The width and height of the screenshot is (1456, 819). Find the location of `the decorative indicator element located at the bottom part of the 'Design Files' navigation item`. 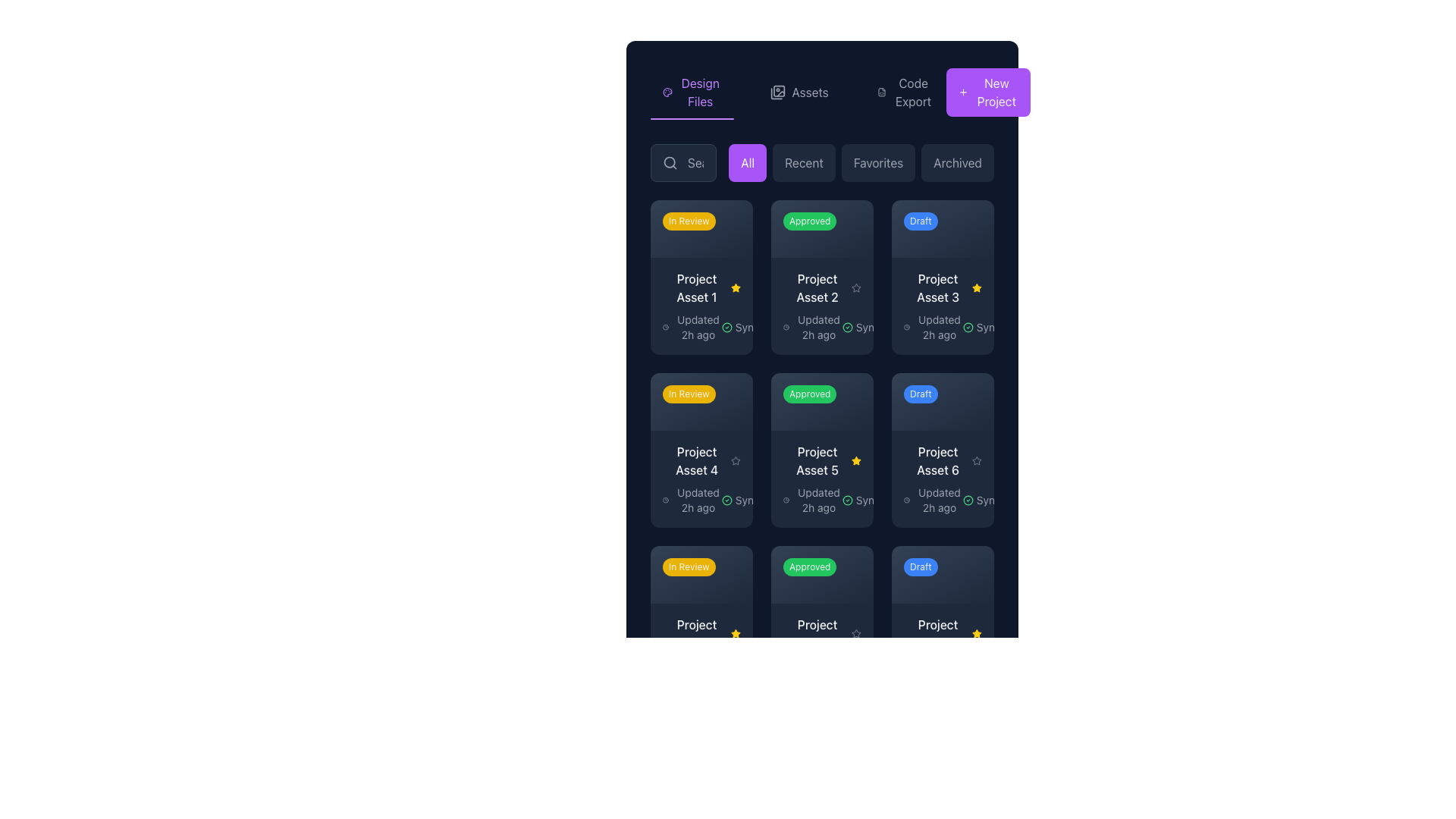

the decorative indicator element located at the bottom part of the 'Design Files' navigation item is located at coordinates (692, 118).